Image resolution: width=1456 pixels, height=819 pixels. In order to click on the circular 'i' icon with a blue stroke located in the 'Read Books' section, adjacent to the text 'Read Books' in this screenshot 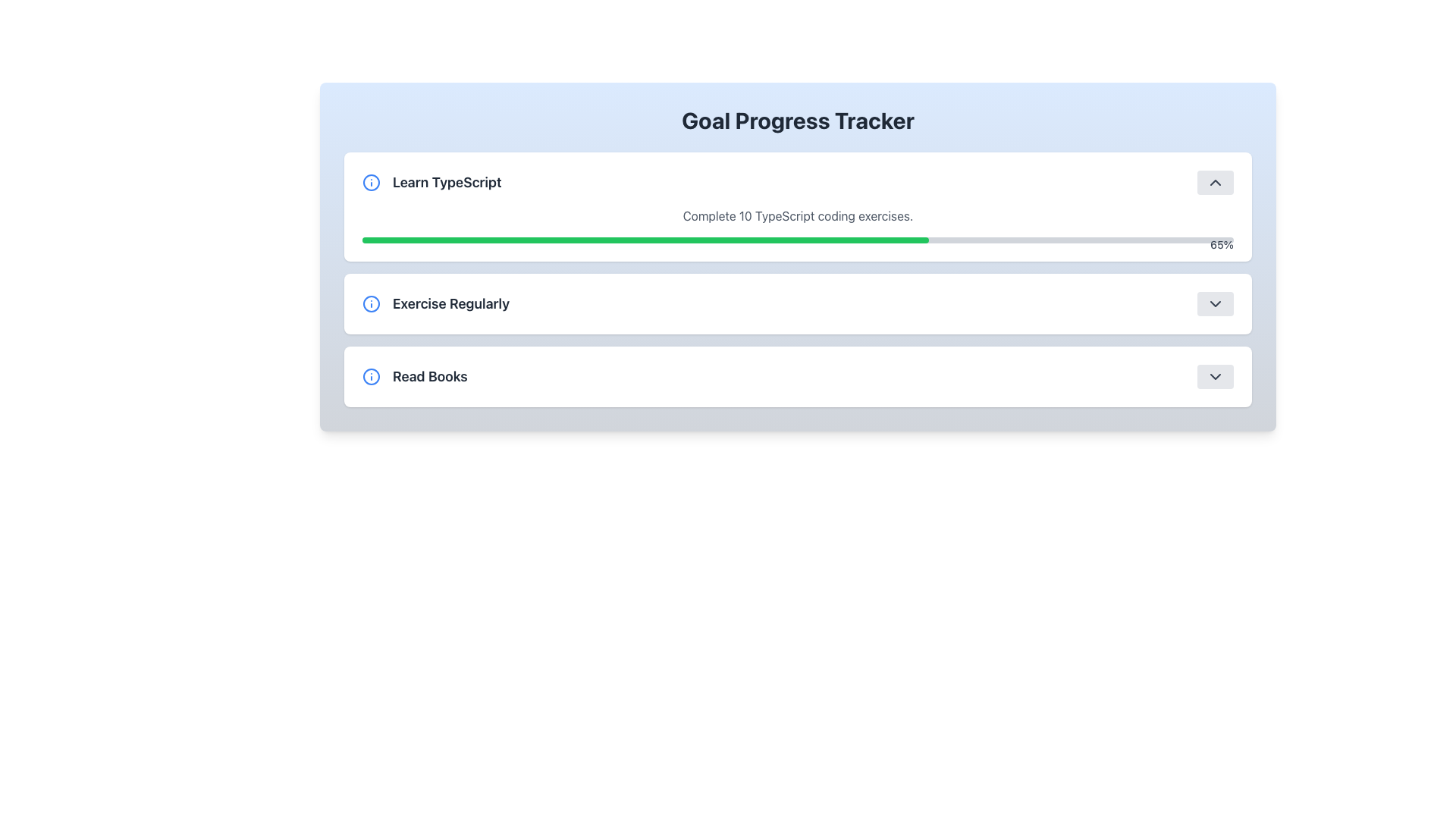, I will do `click(371, 376)`.